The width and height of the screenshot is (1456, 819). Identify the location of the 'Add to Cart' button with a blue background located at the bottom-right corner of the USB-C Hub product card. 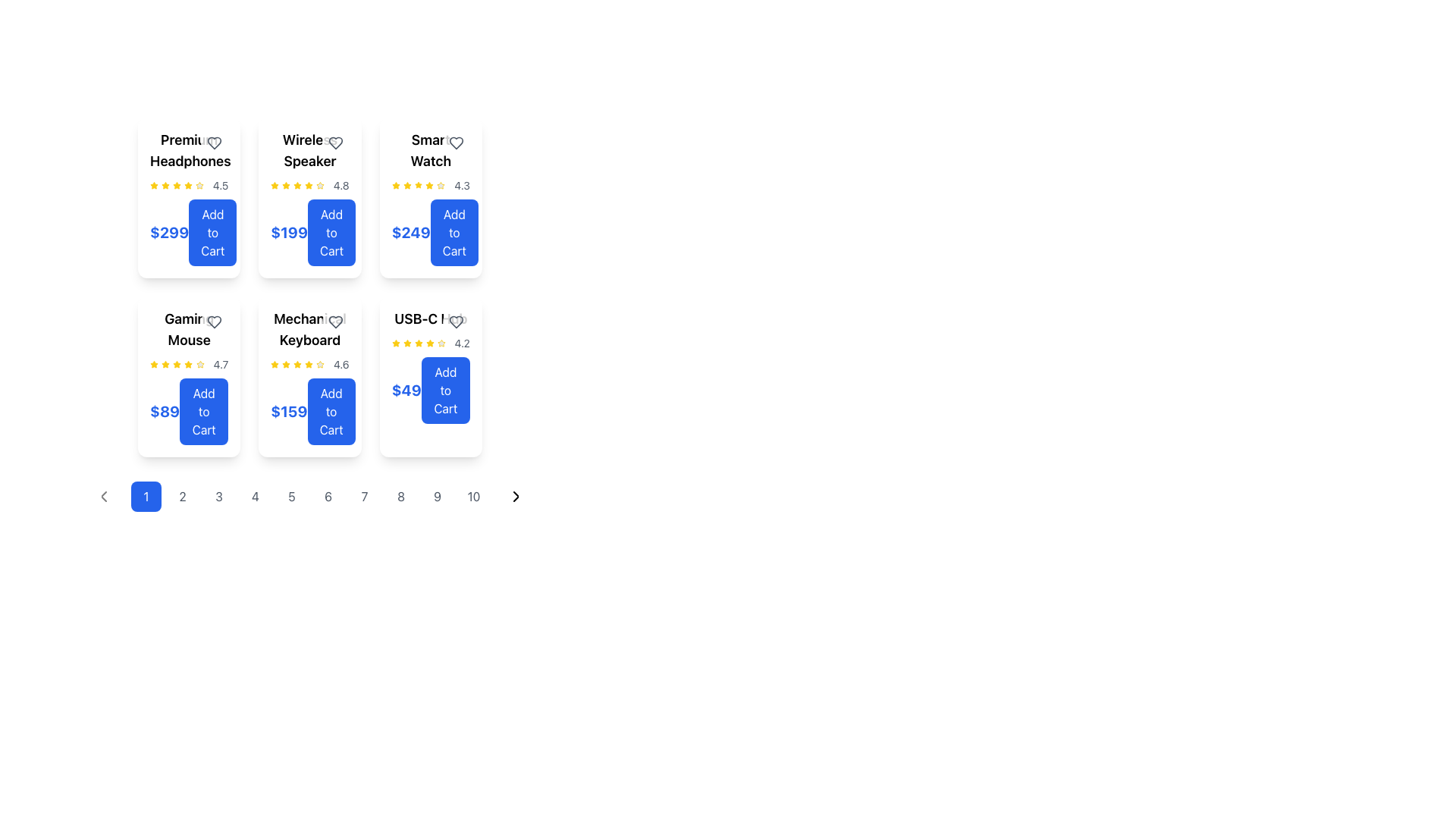
(444, 390).